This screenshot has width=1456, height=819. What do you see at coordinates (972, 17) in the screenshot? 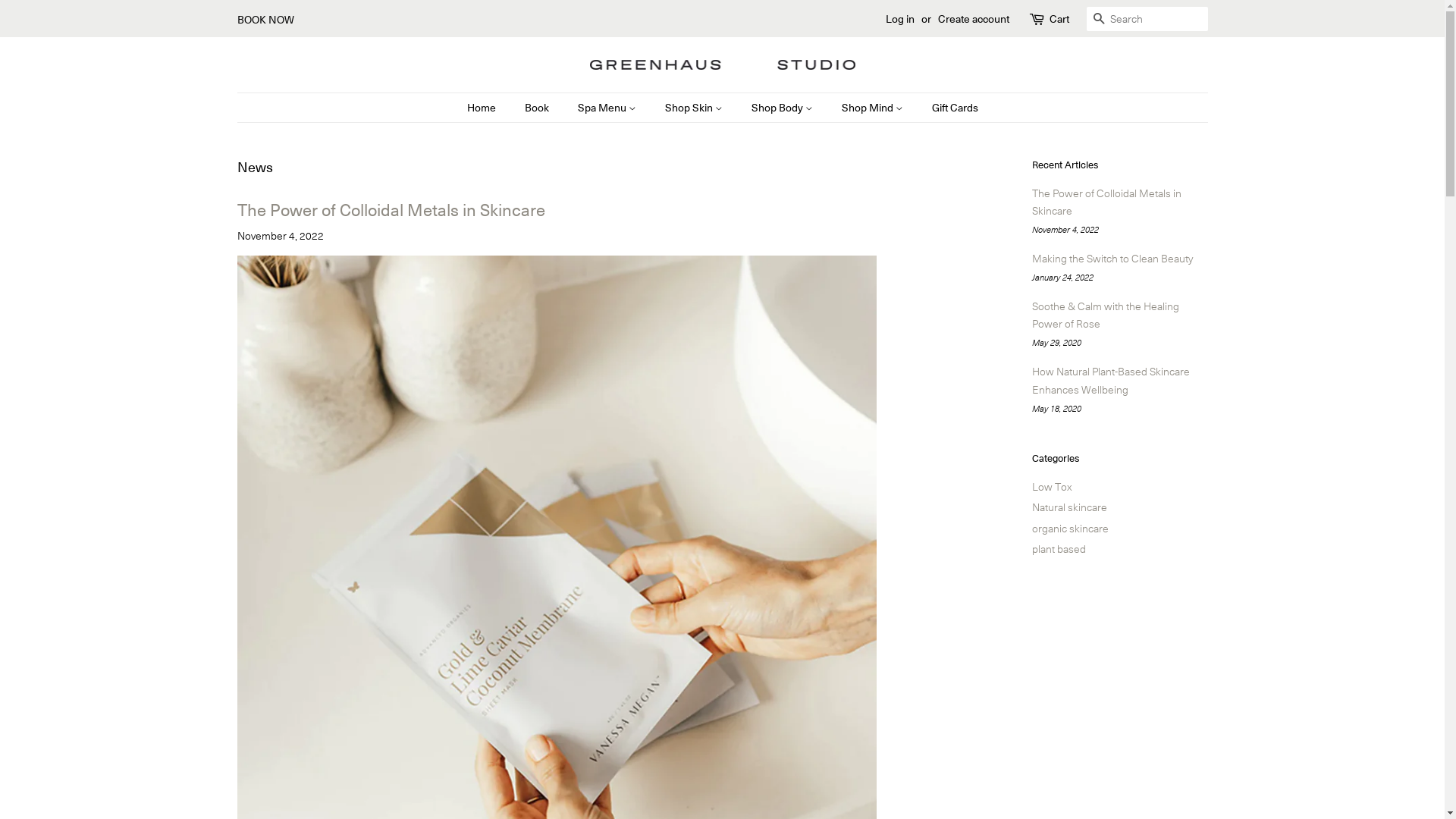
I see `'Create account'` at bounding box center [972, 17].